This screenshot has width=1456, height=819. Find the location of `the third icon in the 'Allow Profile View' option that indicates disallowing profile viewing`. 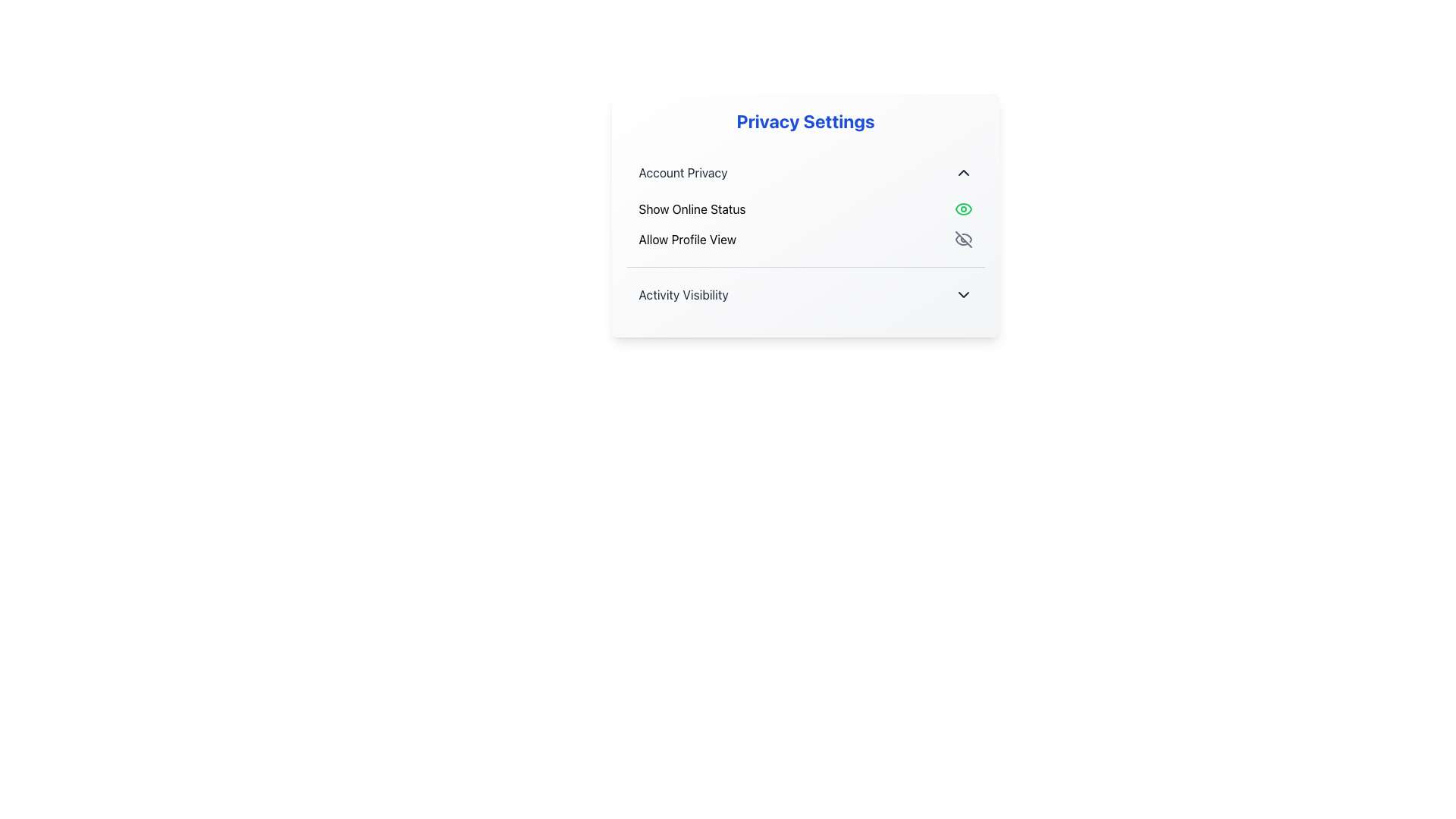

the third icon in the 'Allow Profile View' option that indicates disallowing profile viewing is located at coordinates (961, 239).